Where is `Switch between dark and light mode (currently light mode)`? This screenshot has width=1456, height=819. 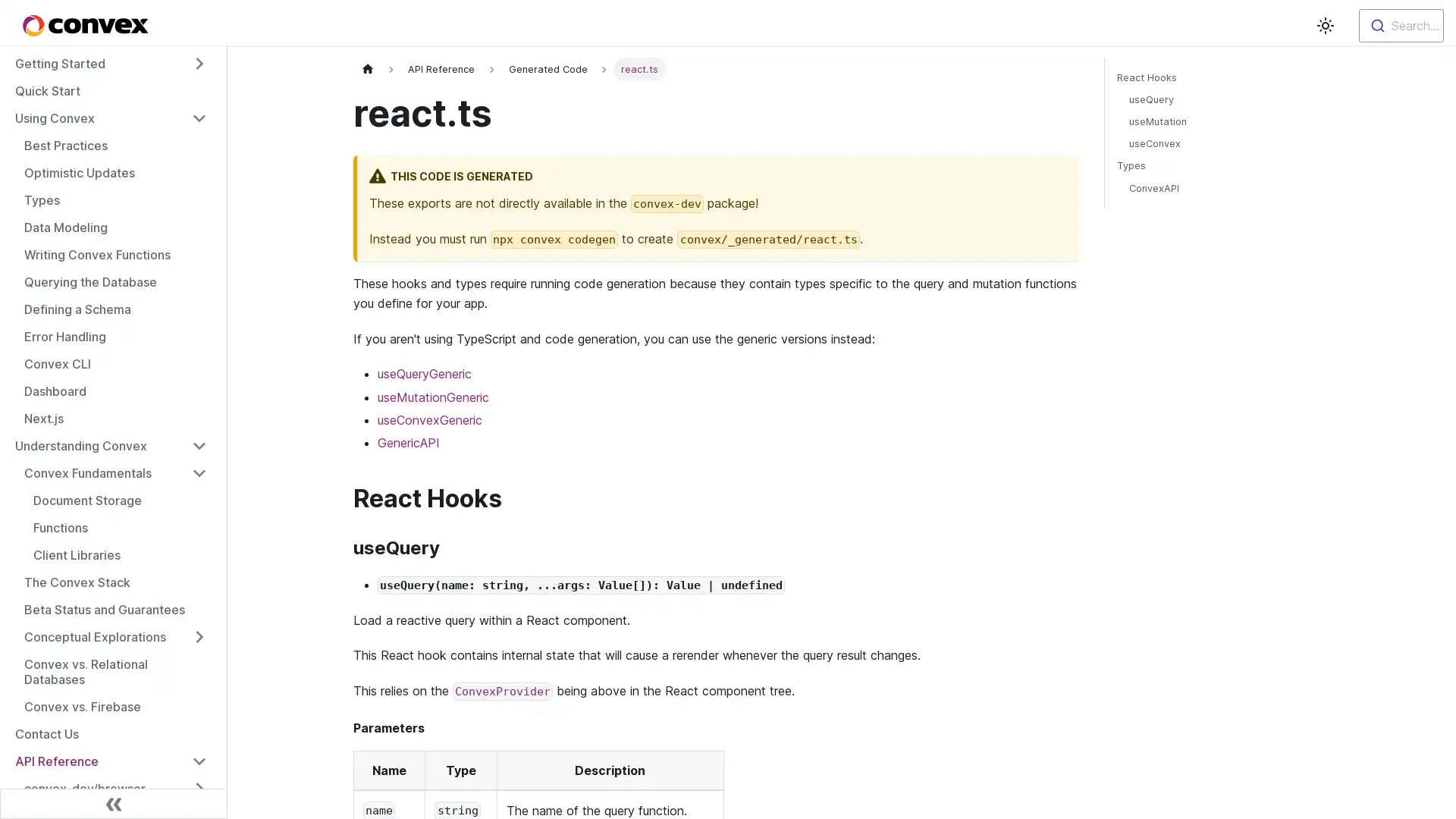 Switch between dark and light mode (currently light mode) is located at coordinates (1324, 26).